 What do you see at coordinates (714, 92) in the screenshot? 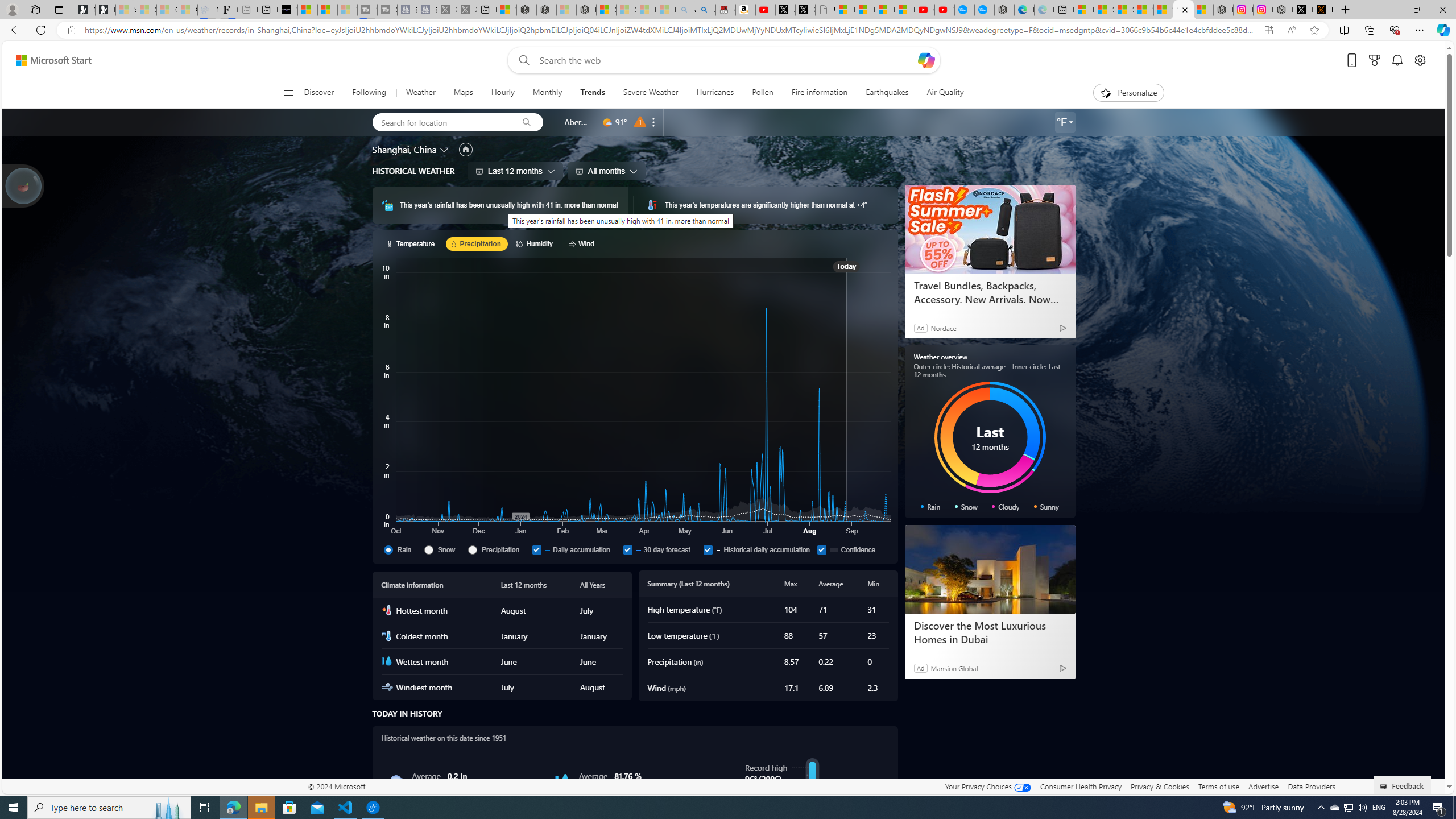
I see `'Hurricanes'` at bounding box center [714, 92].